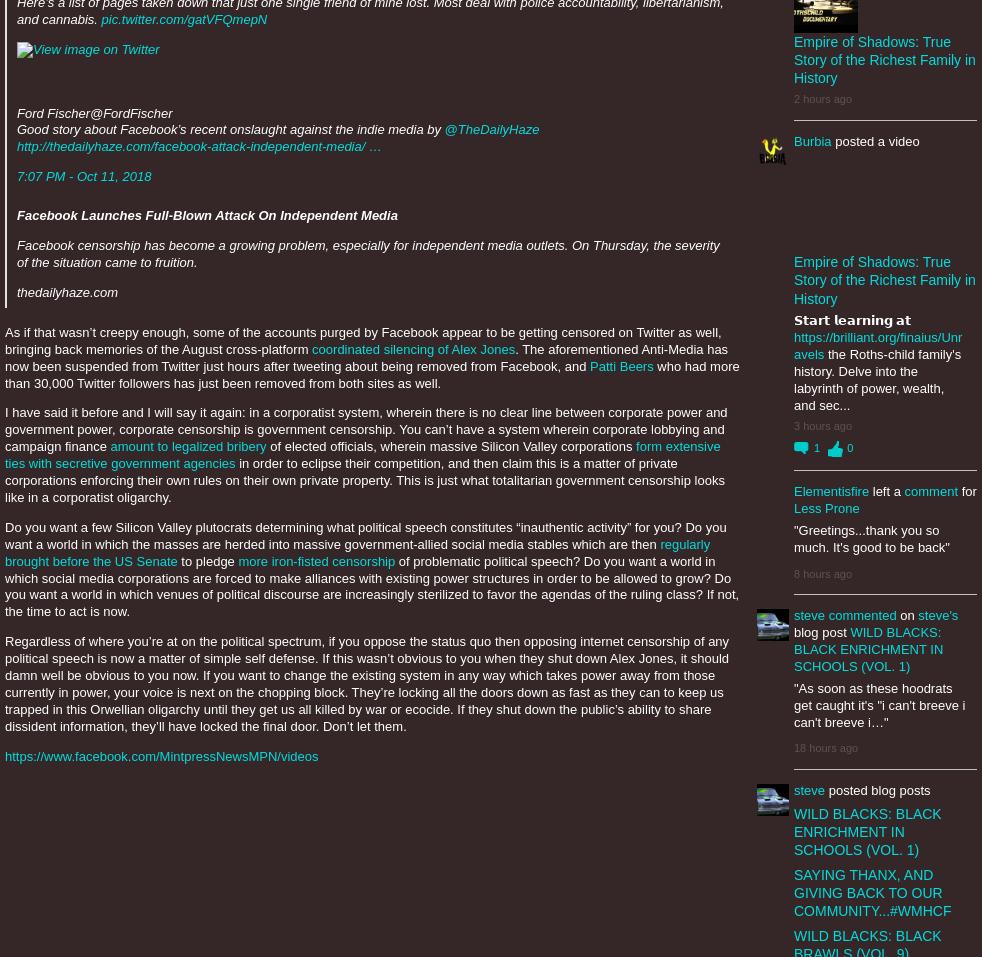  Describe the element at coordinates (108, 445) in the screenshot. I see `'amount to legalized bribery'` at that location.